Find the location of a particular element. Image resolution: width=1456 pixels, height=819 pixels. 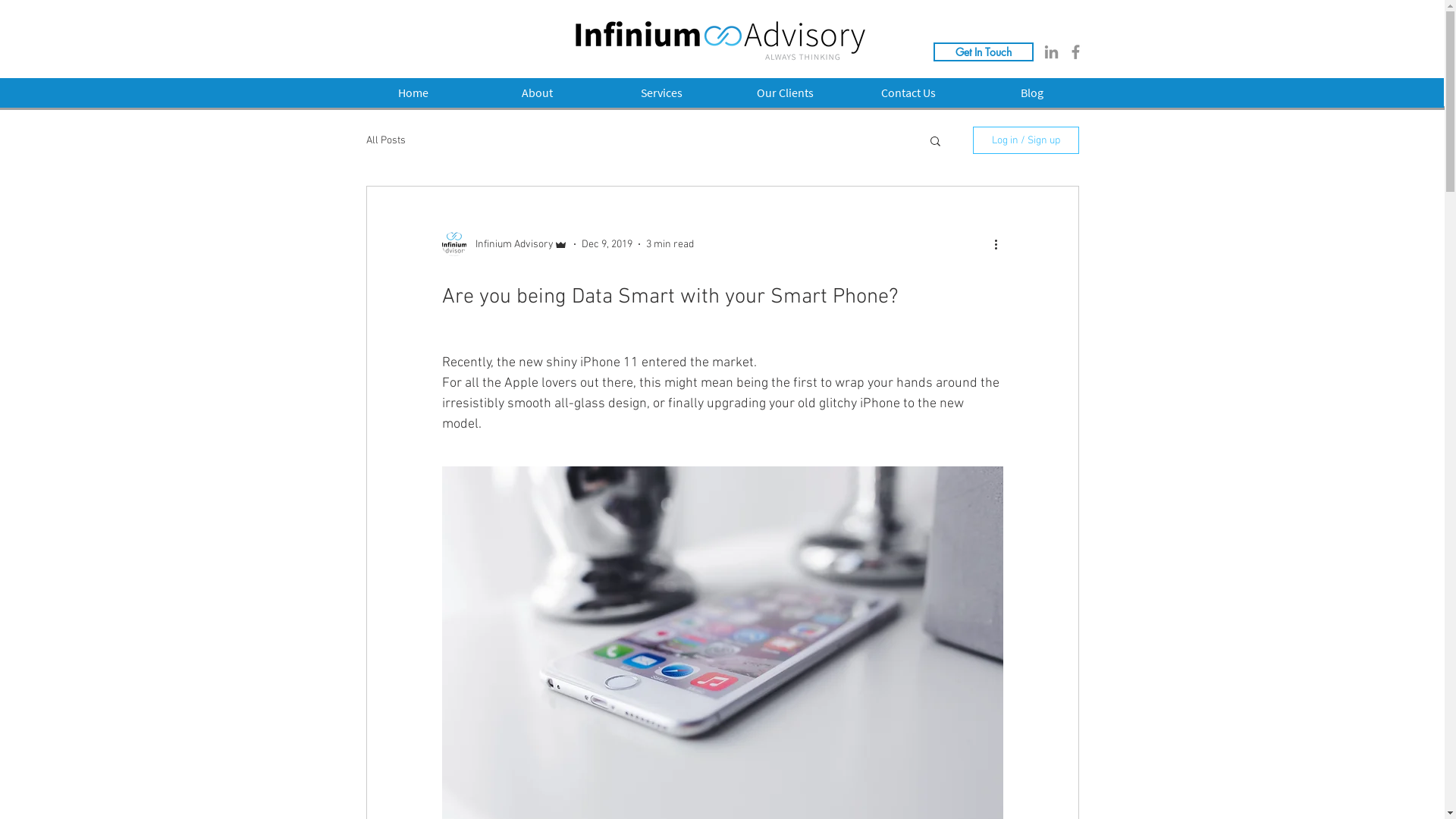

'About' is located at coordinates (537, 93).